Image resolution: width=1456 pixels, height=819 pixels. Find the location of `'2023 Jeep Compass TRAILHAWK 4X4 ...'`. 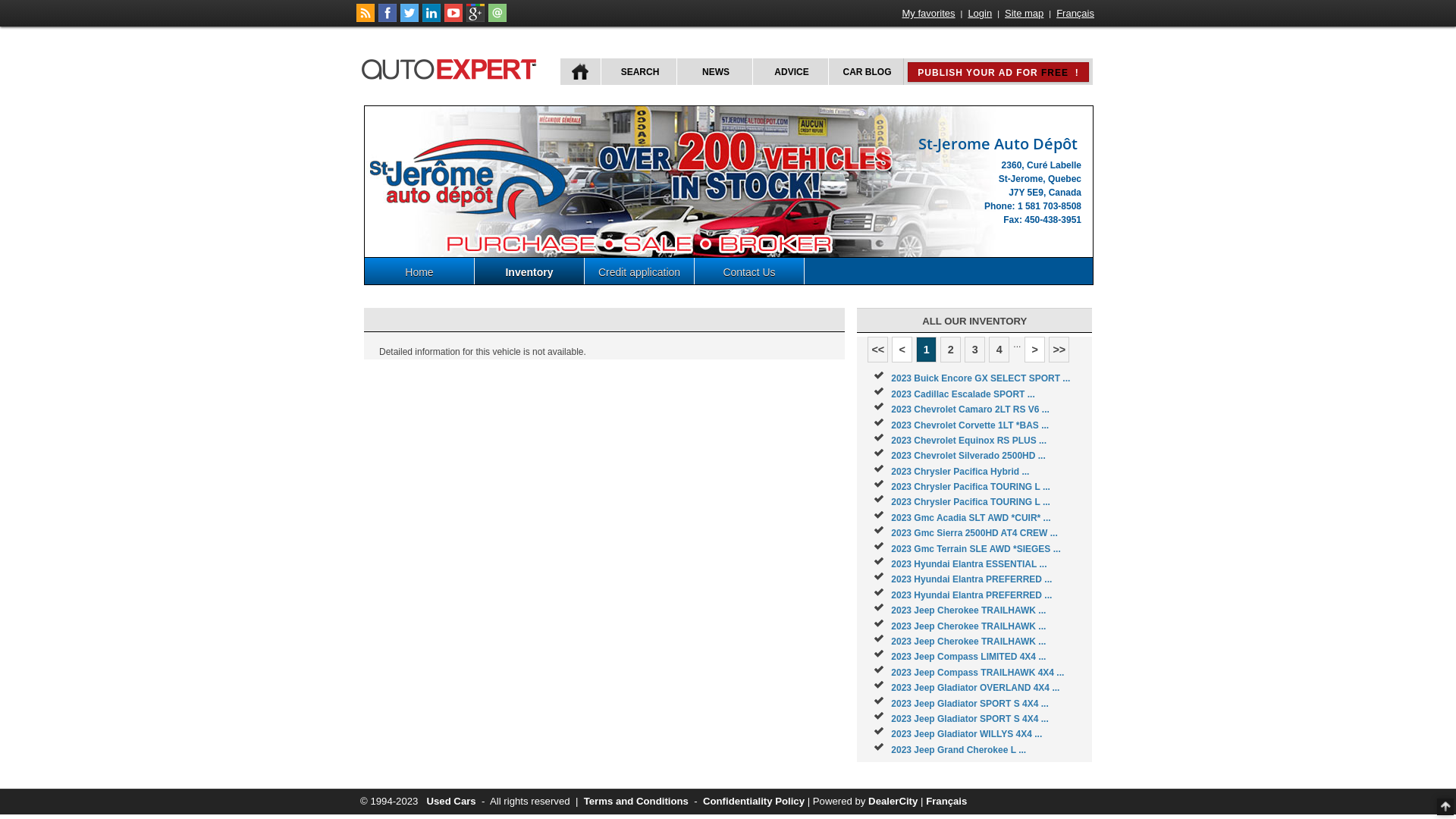

'2023 Jeep Compass TRAILHAWK 4X4 ...' is located at coordinates (977, 672).